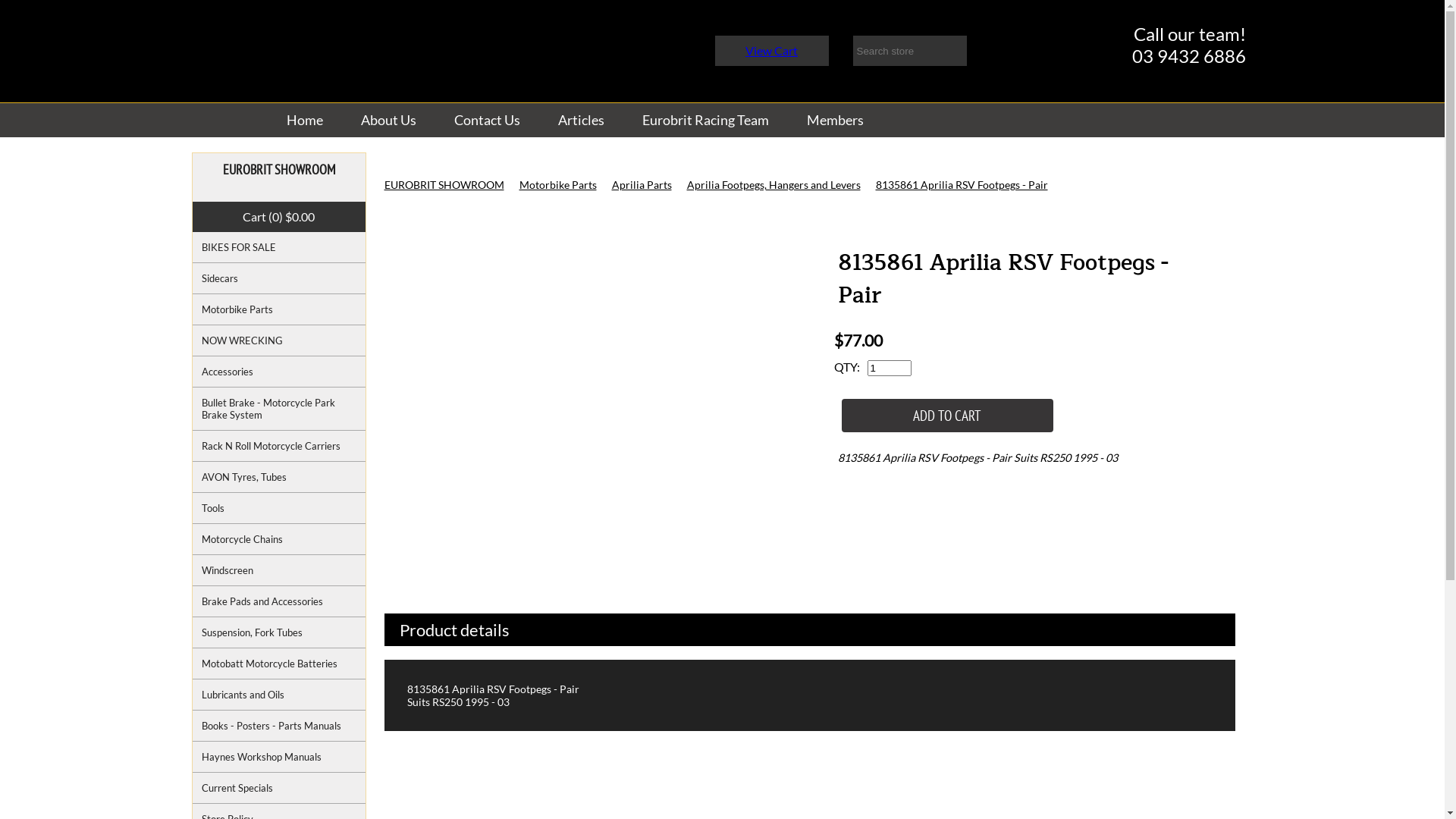 This screenshot has height=819, width=1456. What do you see at coordinates (786, 119) in the screenshot?
I see `'Members'` at bounding box center [786, 119].